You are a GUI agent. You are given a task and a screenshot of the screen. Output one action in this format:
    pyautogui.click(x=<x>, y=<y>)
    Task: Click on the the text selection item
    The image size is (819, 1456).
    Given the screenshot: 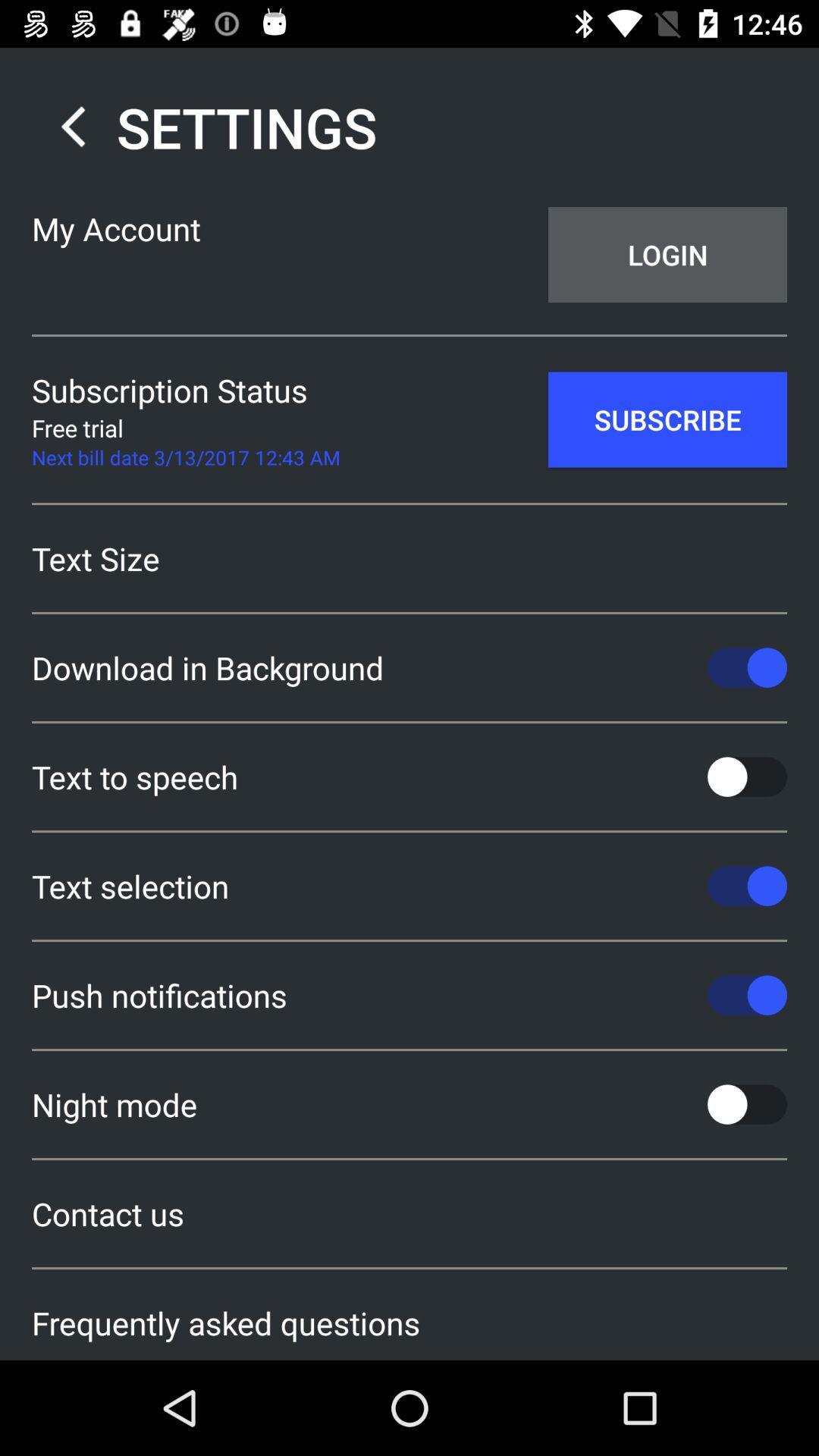 What is the action you would take?
    pyautogui.click(x=409, y=886)
    